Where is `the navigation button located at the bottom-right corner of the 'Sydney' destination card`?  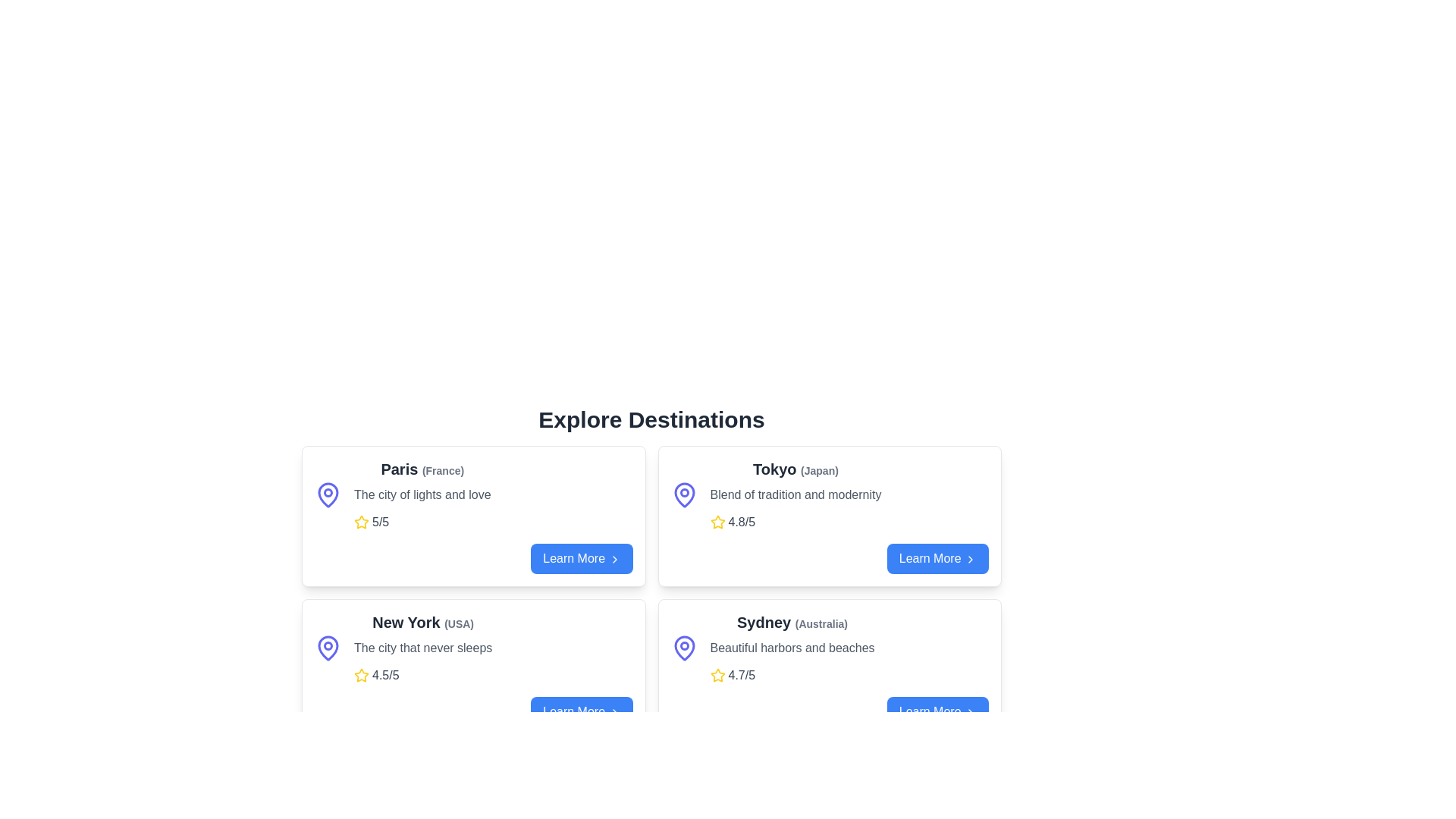
the navigation button located at the bottom-right corner of the 'Sydney' destination card is located at coordinates (937, 711).